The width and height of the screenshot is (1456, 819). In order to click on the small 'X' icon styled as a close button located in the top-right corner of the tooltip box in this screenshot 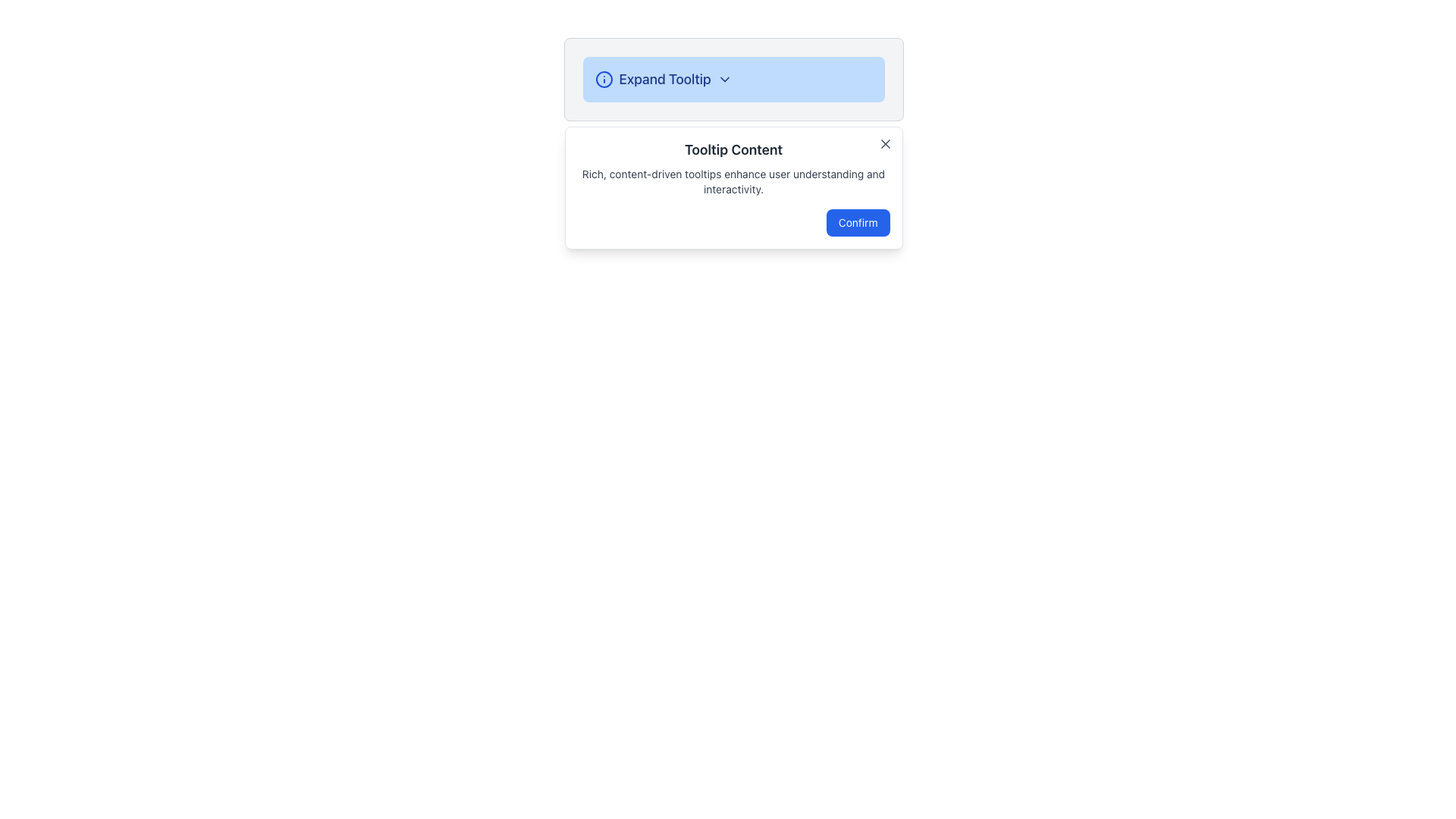, I will do `click(885, 143)`.